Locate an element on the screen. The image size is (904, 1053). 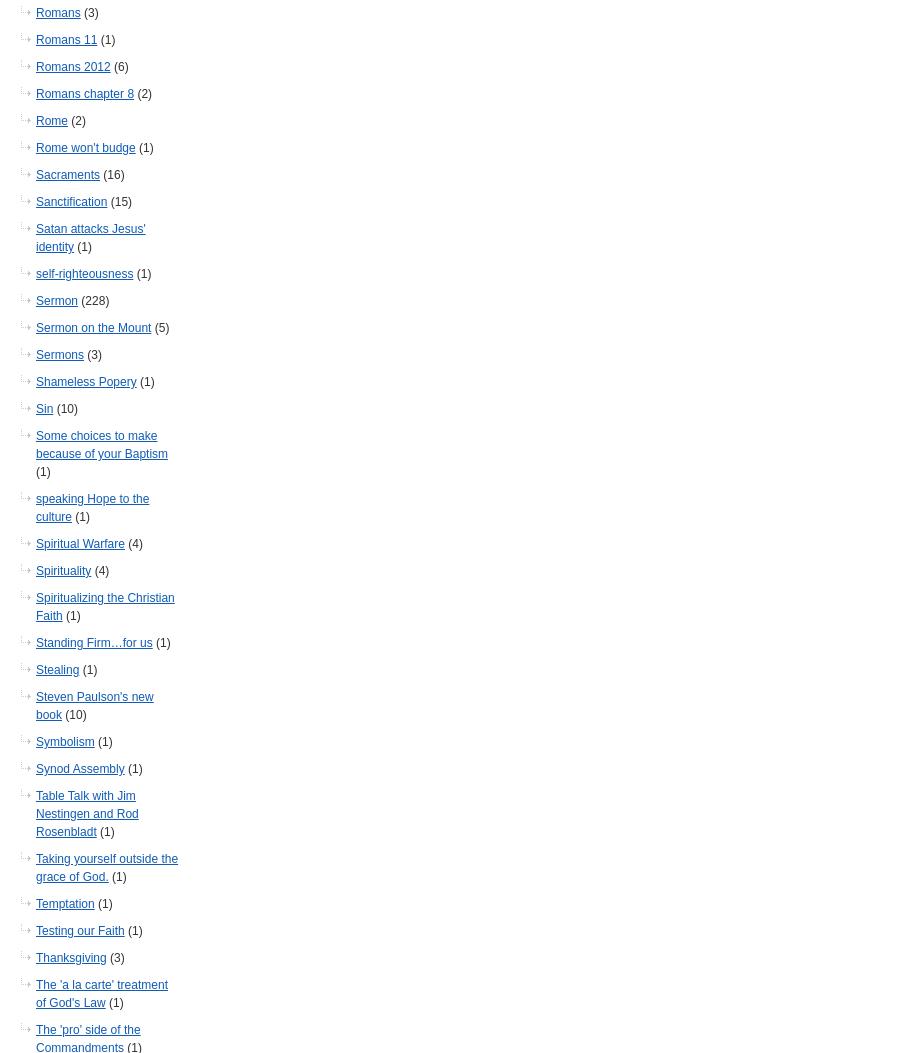
'Sanctification' is located at coordinates (71, 201).